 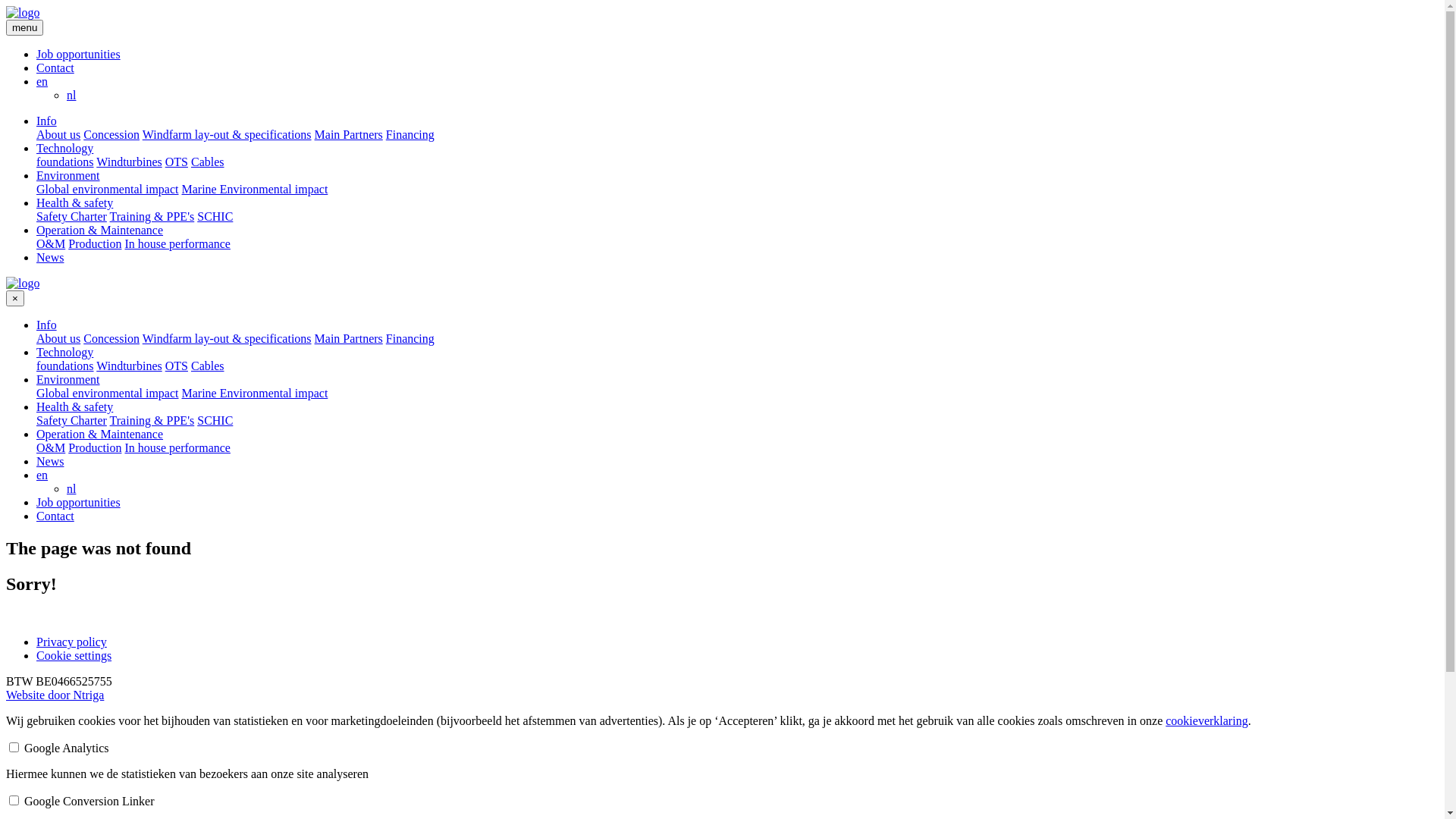 I want to click on 'Operation & Maintenance', so click(x=99, y=434).